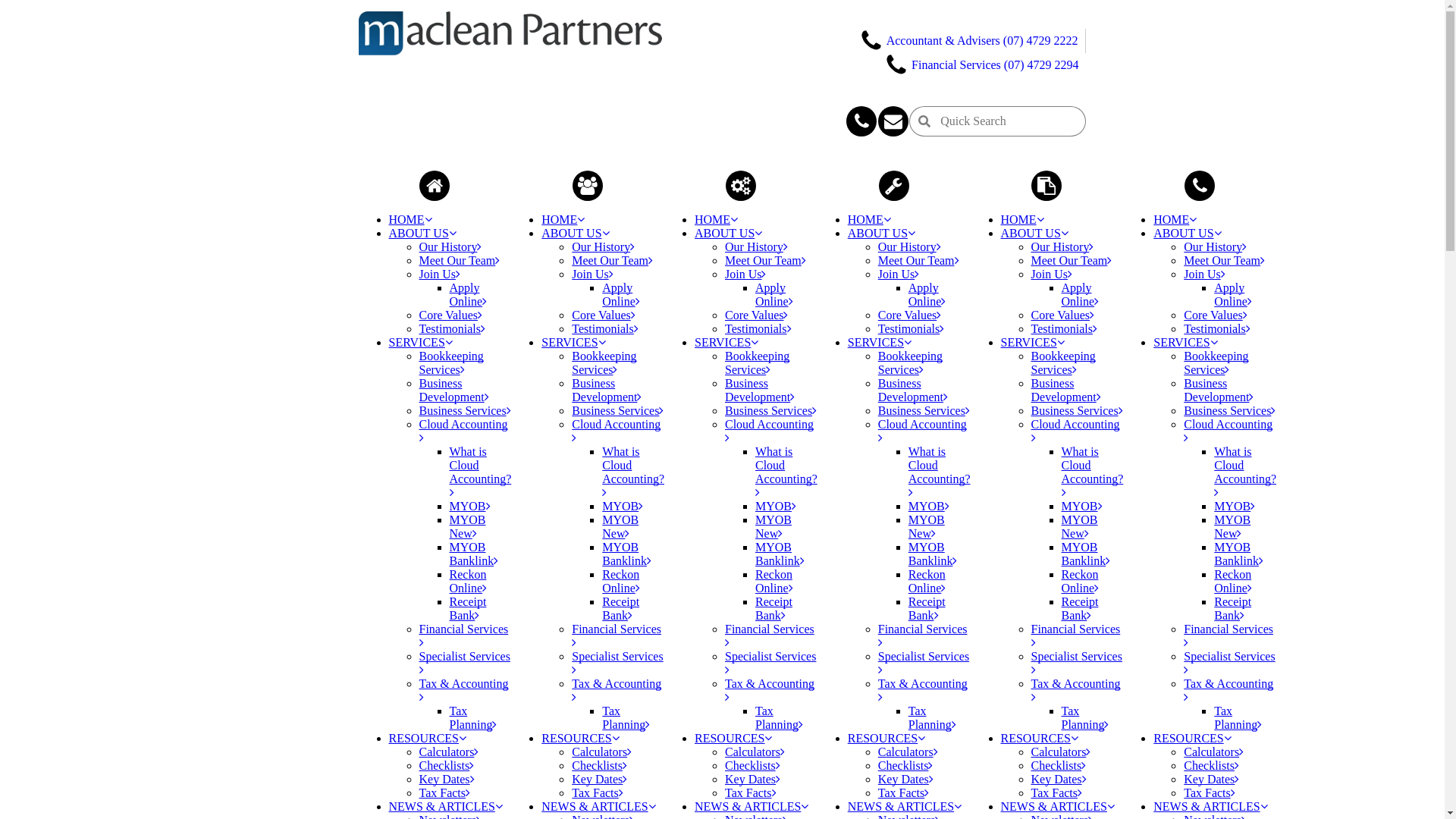  Describe the element at coordinates (1080, 580) in the screenshot. I see `'Reckon Online'` at that location.